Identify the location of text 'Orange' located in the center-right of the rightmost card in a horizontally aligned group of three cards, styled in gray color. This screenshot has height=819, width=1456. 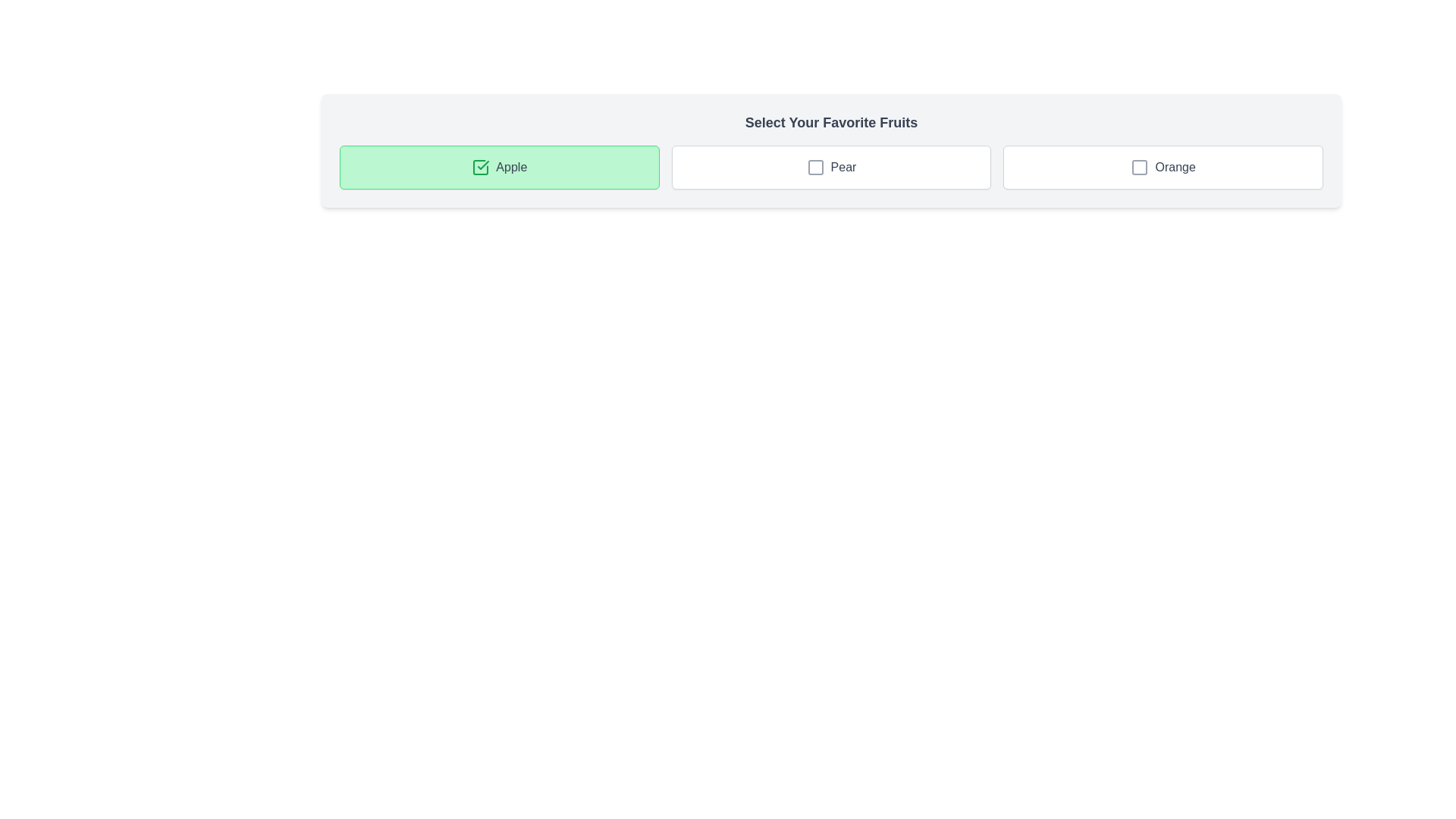
(1175, 167).